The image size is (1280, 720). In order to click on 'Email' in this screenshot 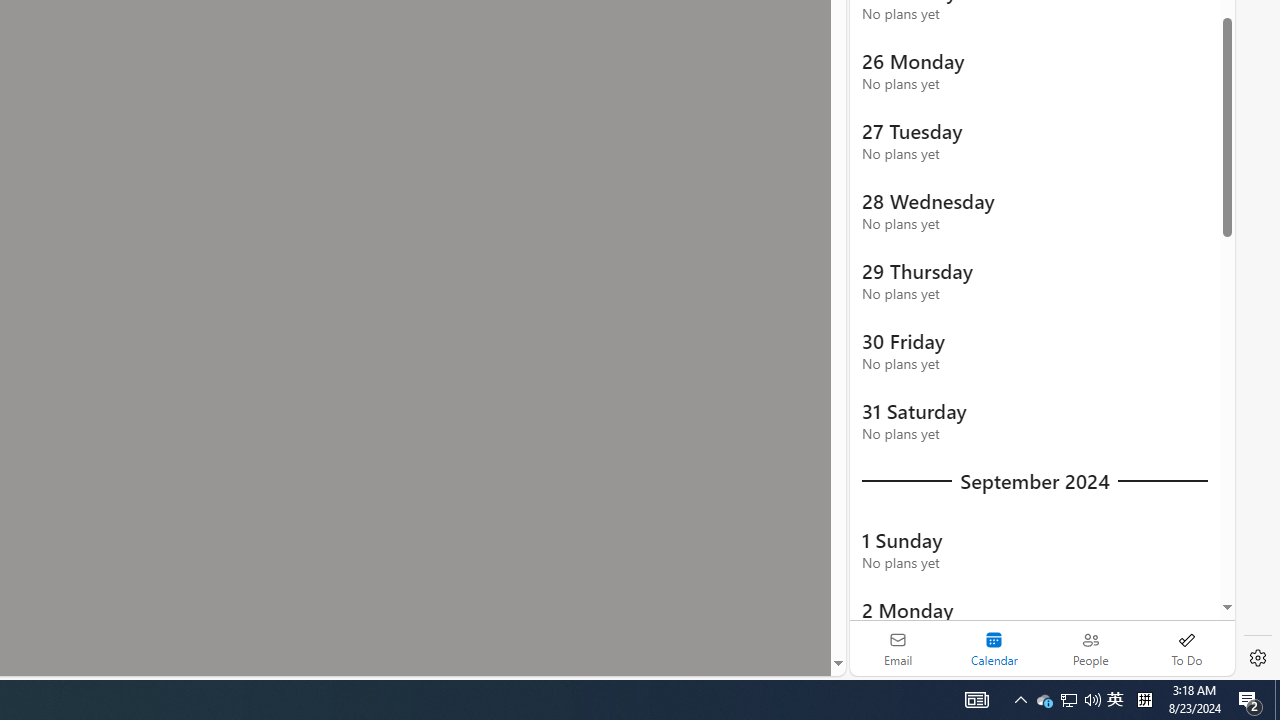, I will do `click(897, 648)`.